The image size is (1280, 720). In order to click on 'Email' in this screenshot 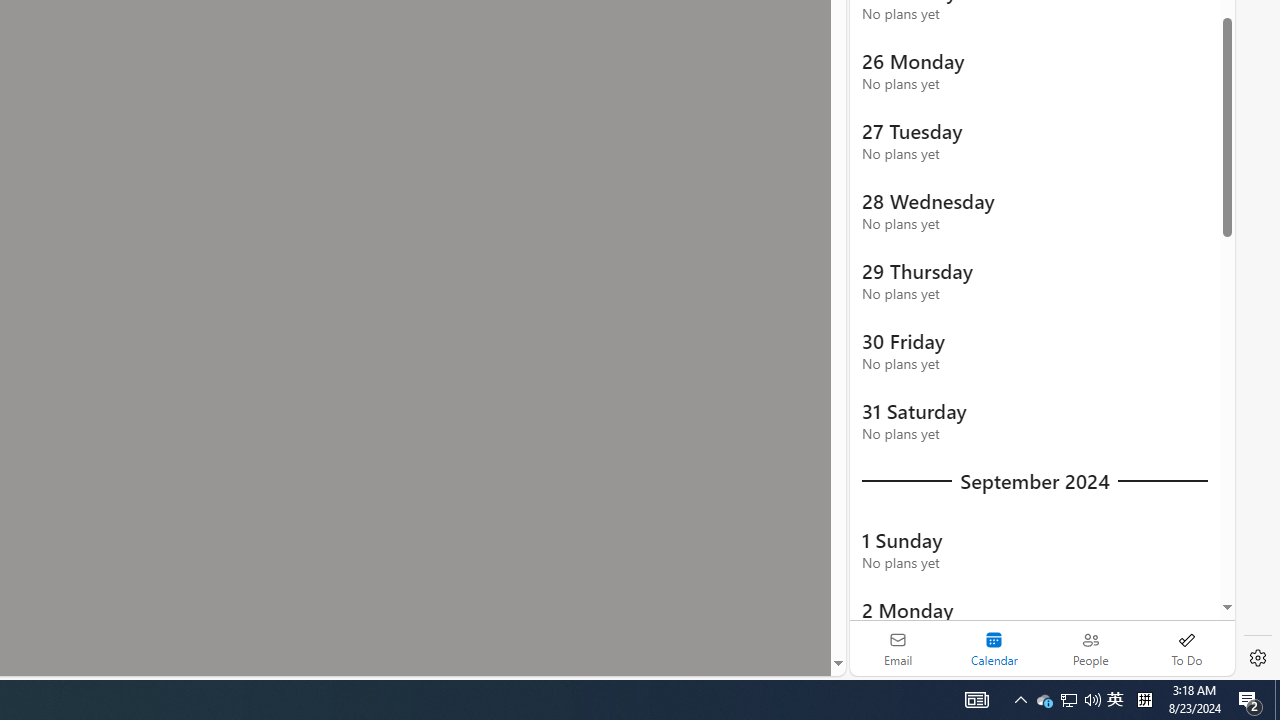, I will do `click(897, 648)`.